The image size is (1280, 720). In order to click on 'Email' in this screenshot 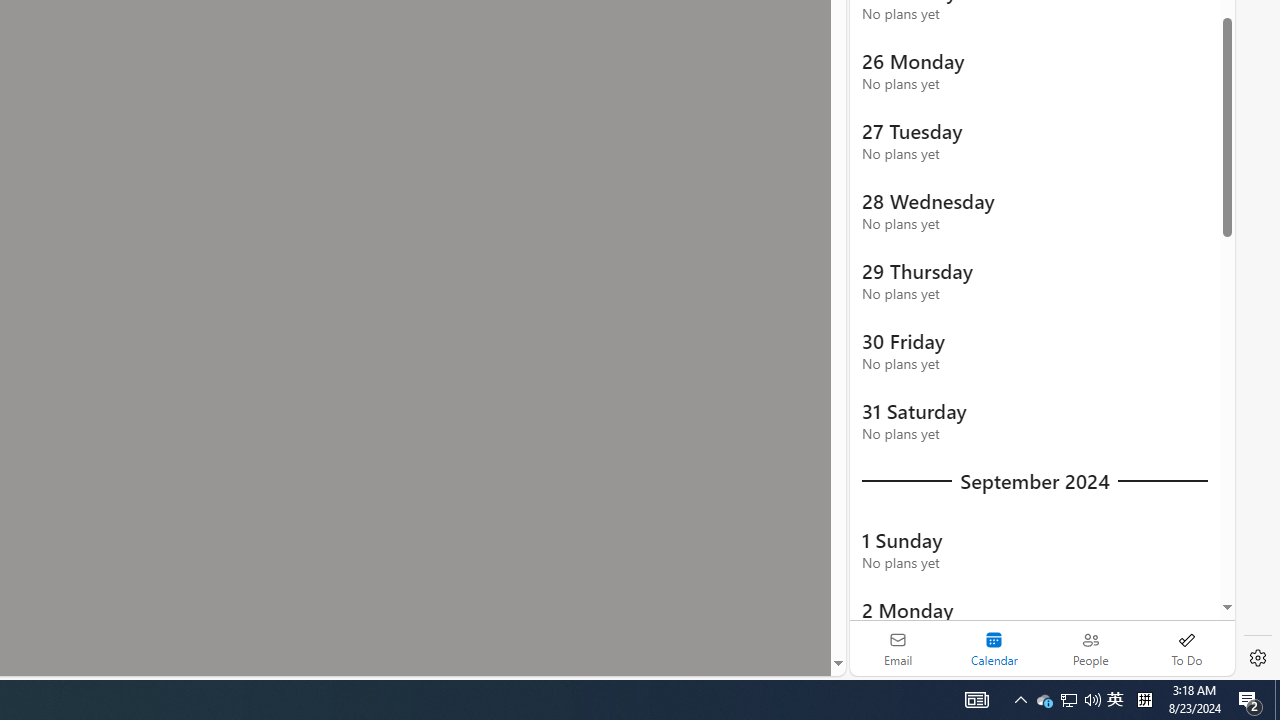, I will do `click(897, 648)`.